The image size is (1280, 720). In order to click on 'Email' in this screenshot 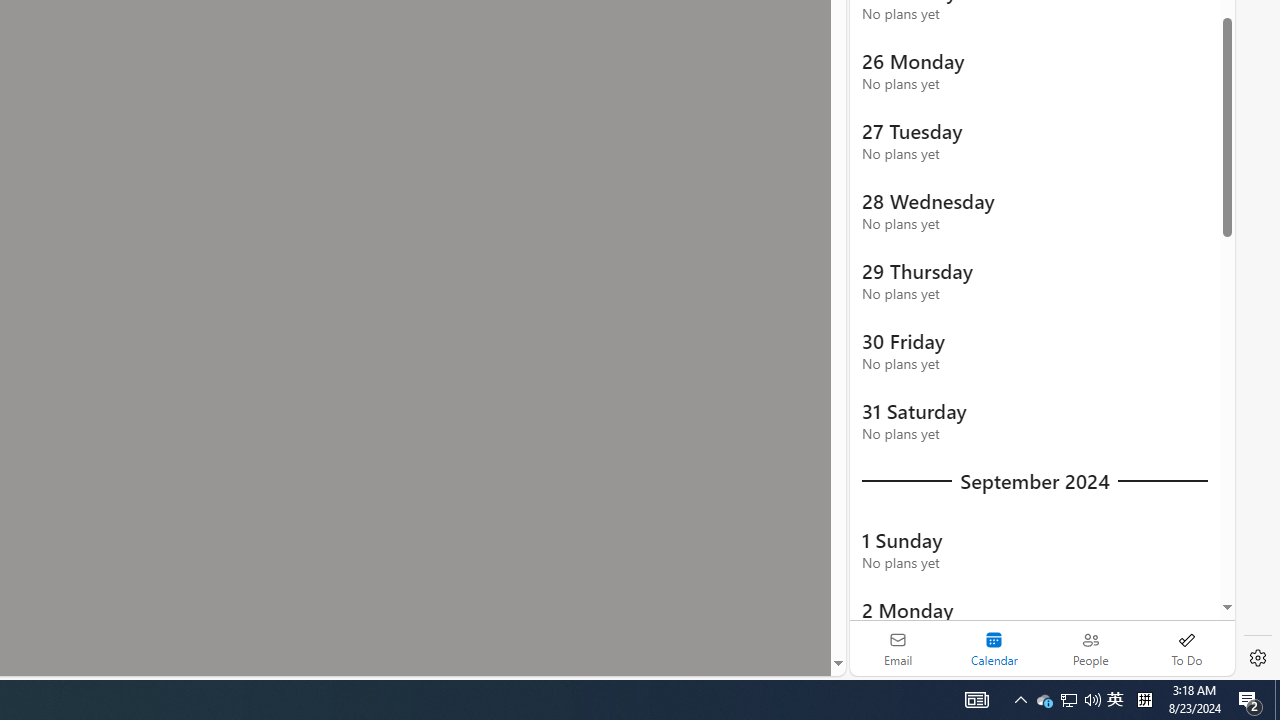, I will do `click(897, 648)`.